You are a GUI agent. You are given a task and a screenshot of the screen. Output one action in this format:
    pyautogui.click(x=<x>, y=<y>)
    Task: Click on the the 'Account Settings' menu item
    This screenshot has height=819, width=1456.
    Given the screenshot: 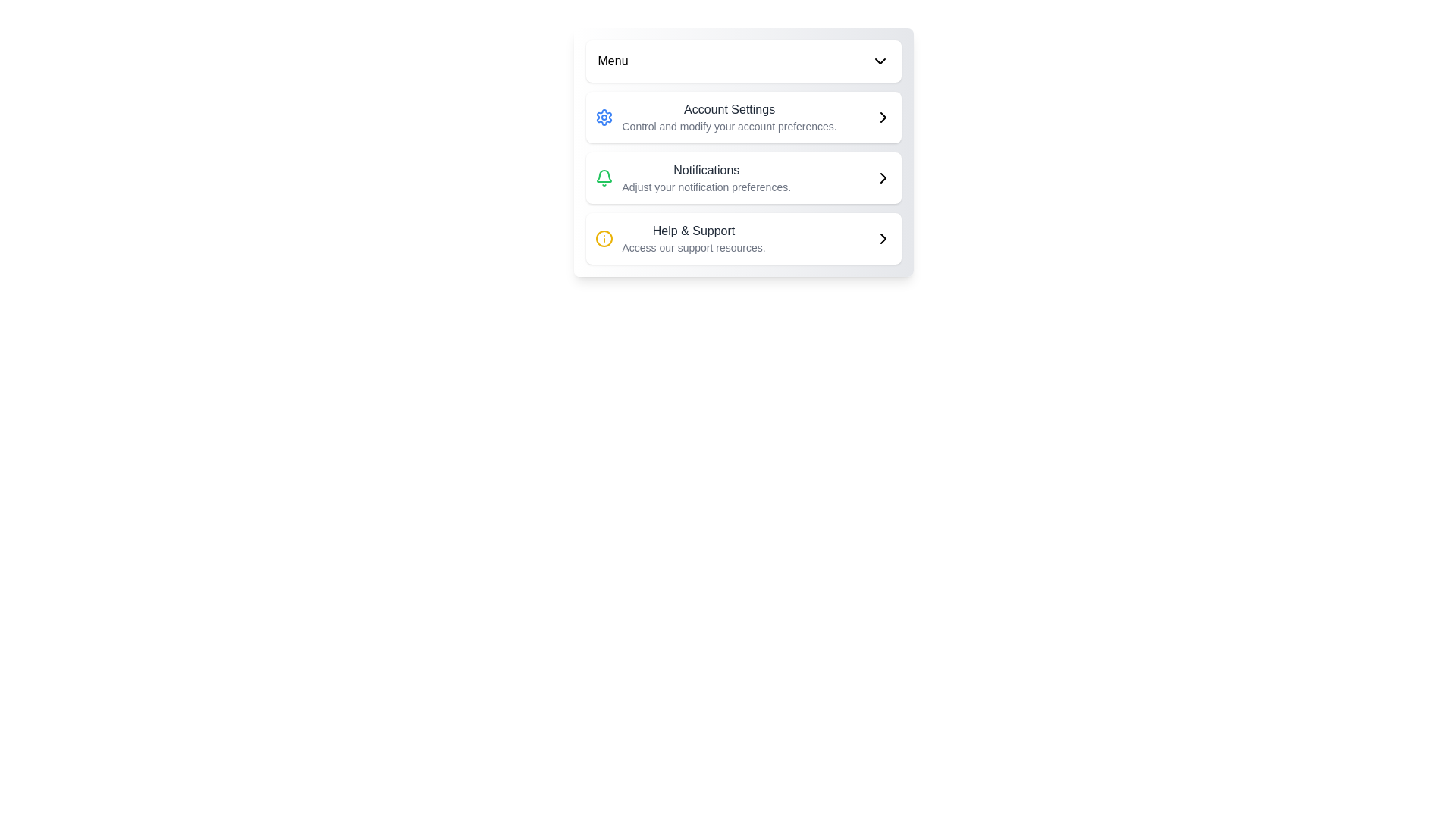 What is the action you would take?
    pyautogui.click(x=730, y=116)
    